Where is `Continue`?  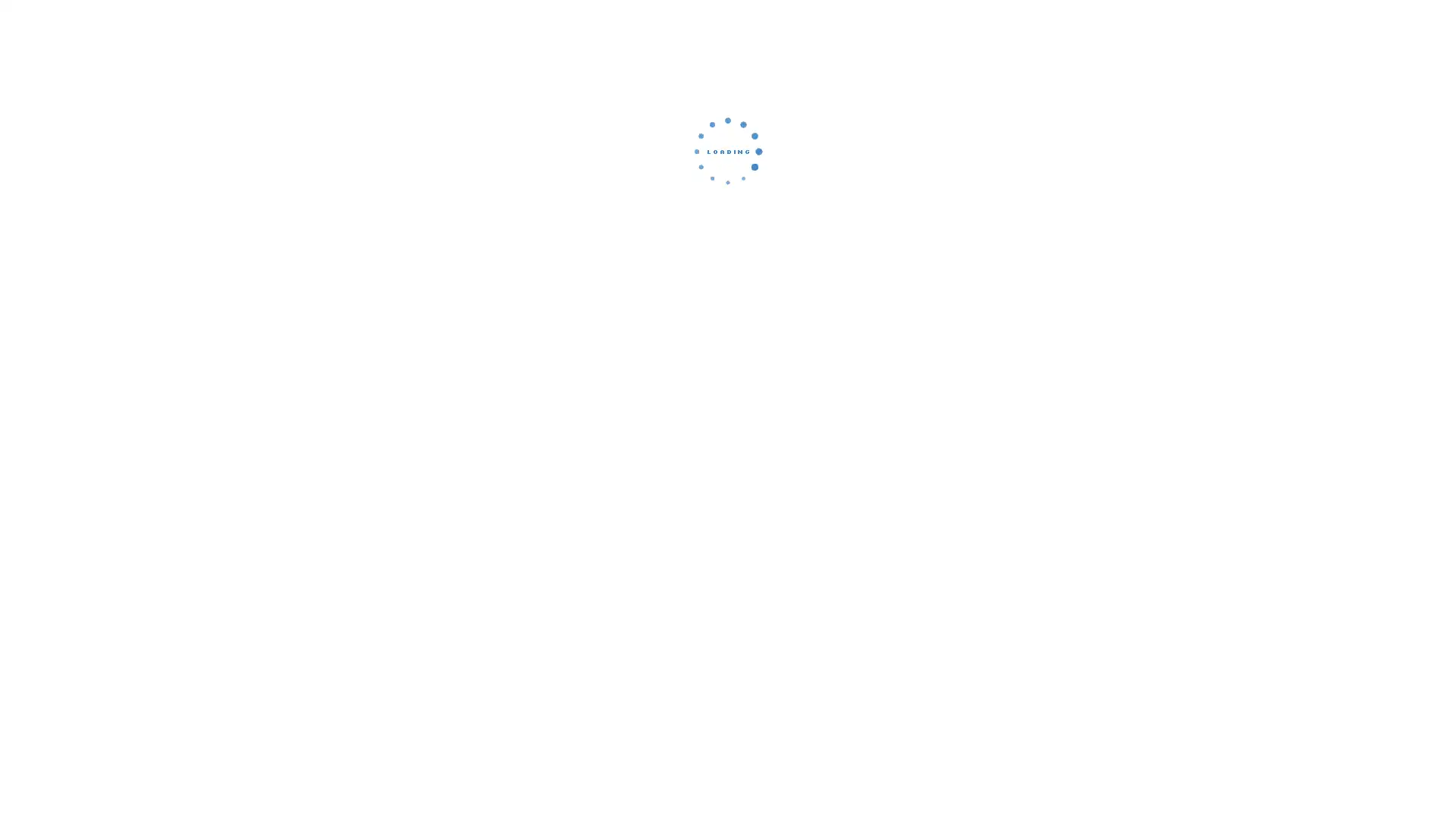
Continue is located at coordinates (728, 254).